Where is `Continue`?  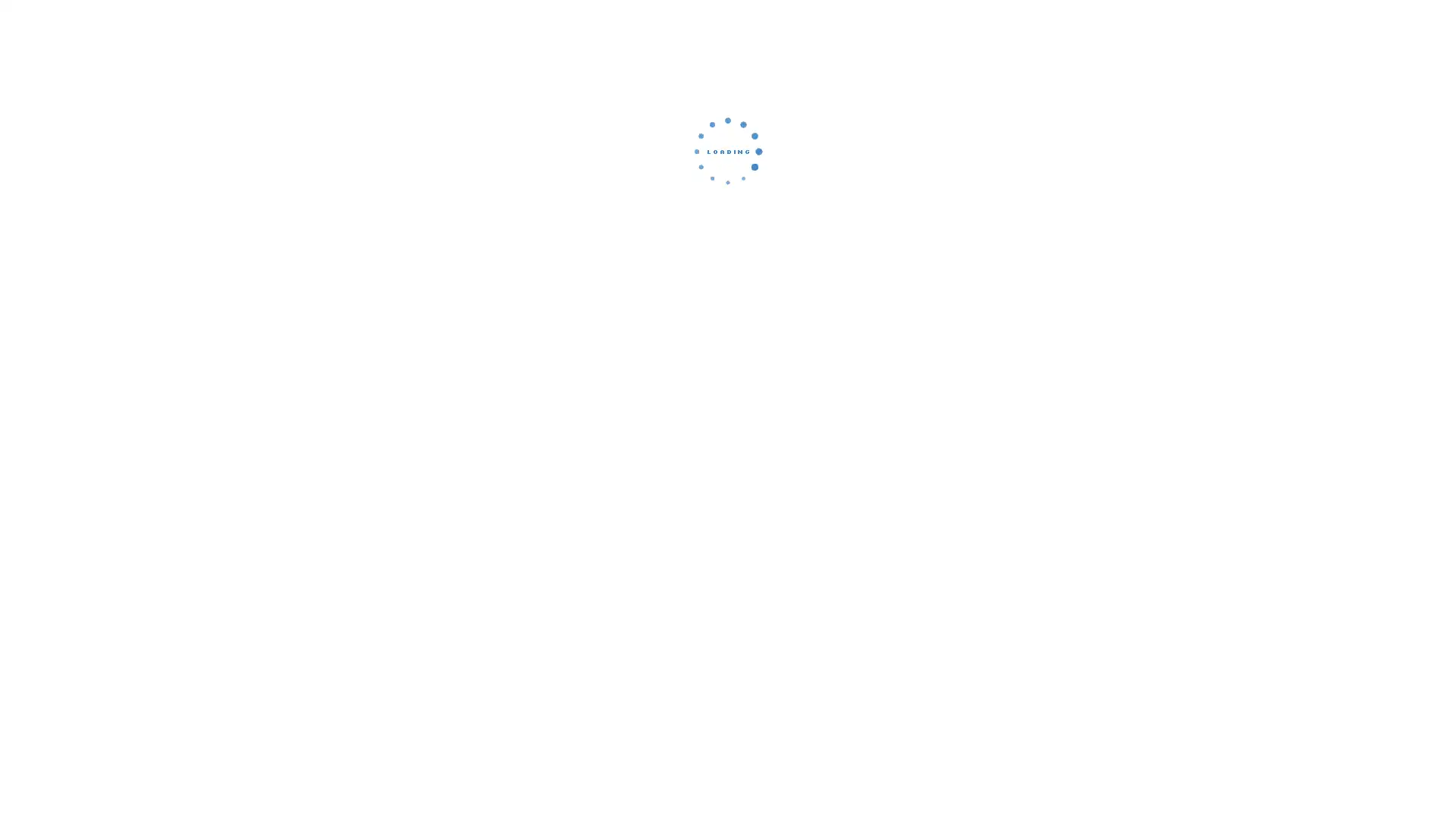
Continue is located at coordinates (728, 254).